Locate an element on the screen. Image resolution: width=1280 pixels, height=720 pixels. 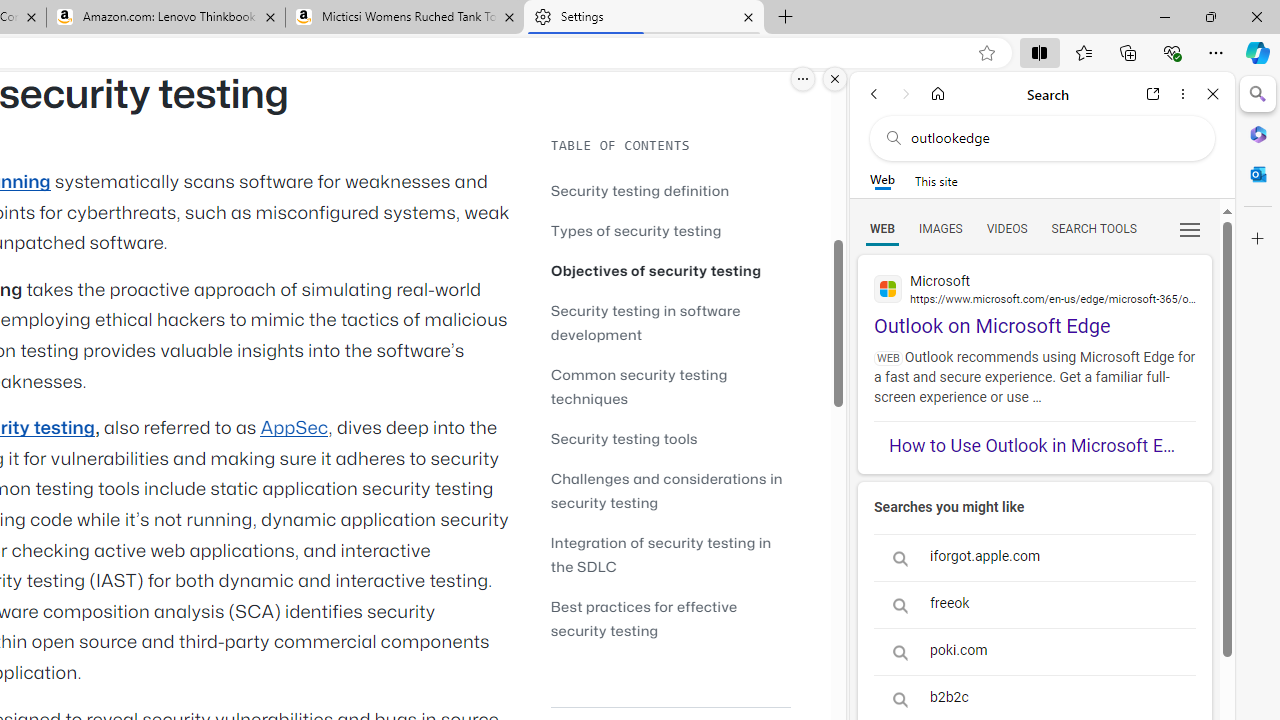
'Security testing definition' is located at coordinates (670, 190).